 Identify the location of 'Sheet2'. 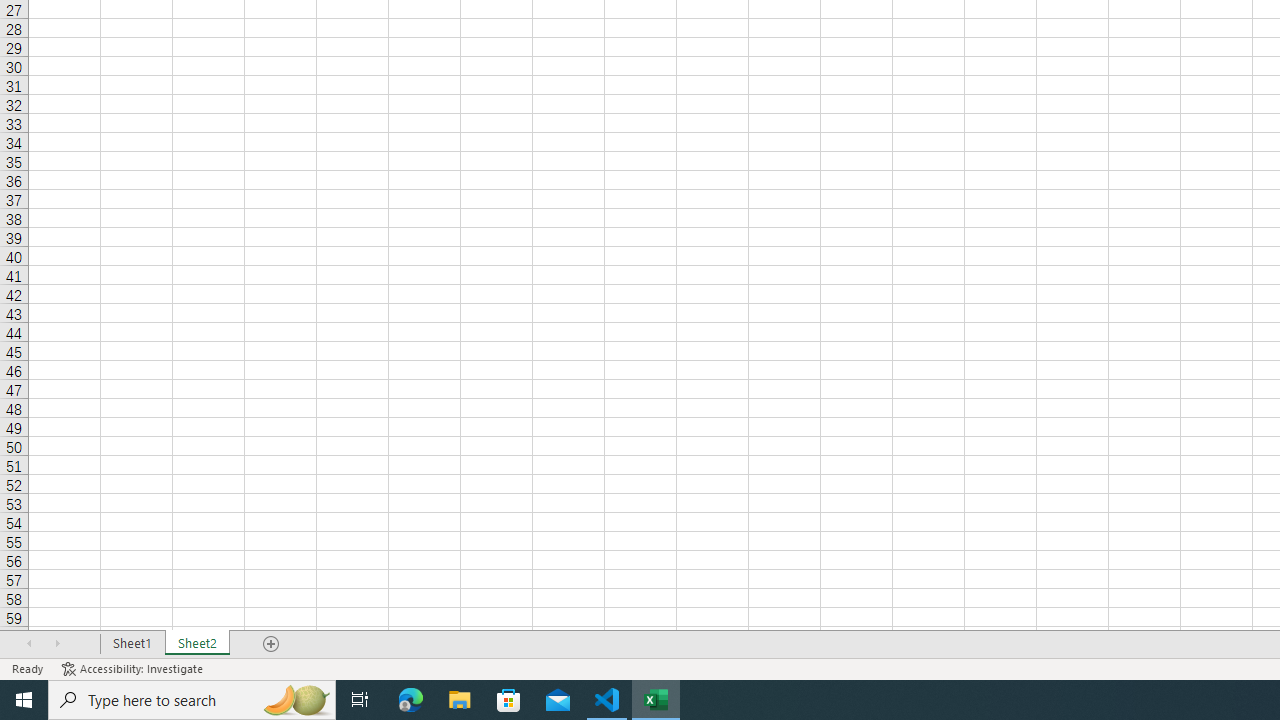
(197, 644).